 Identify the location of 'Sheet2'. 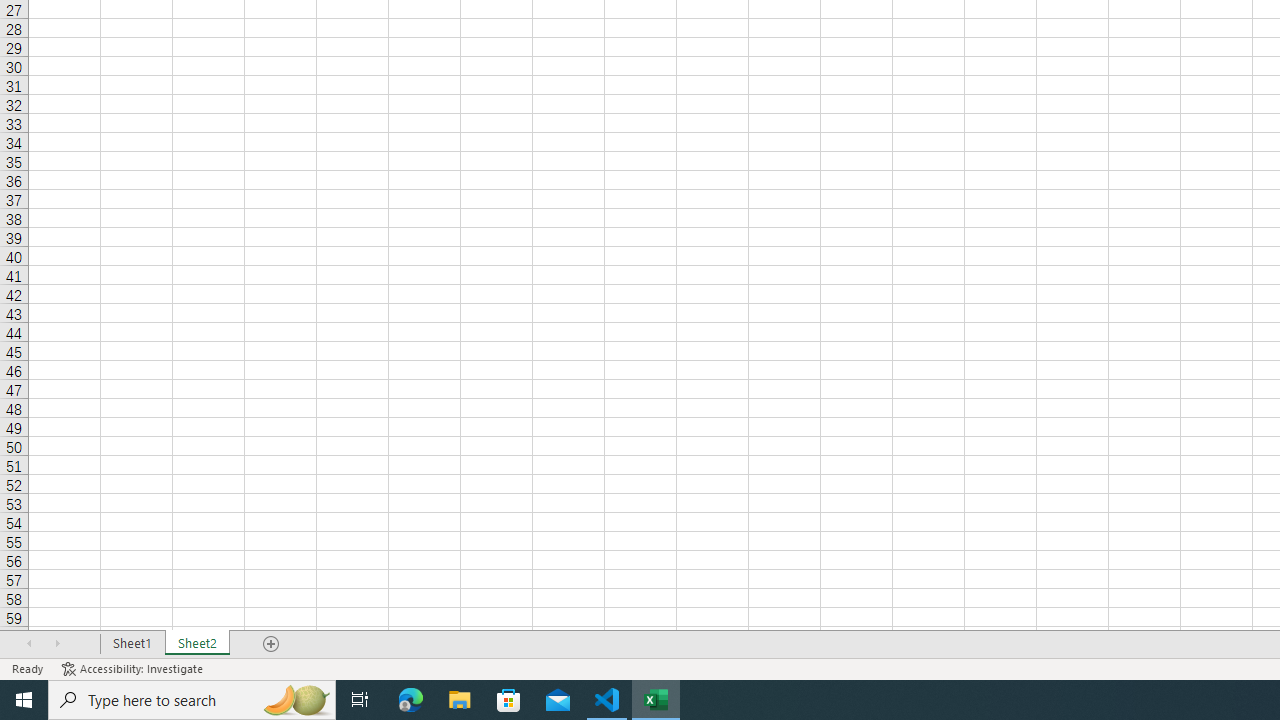
(197, 644).